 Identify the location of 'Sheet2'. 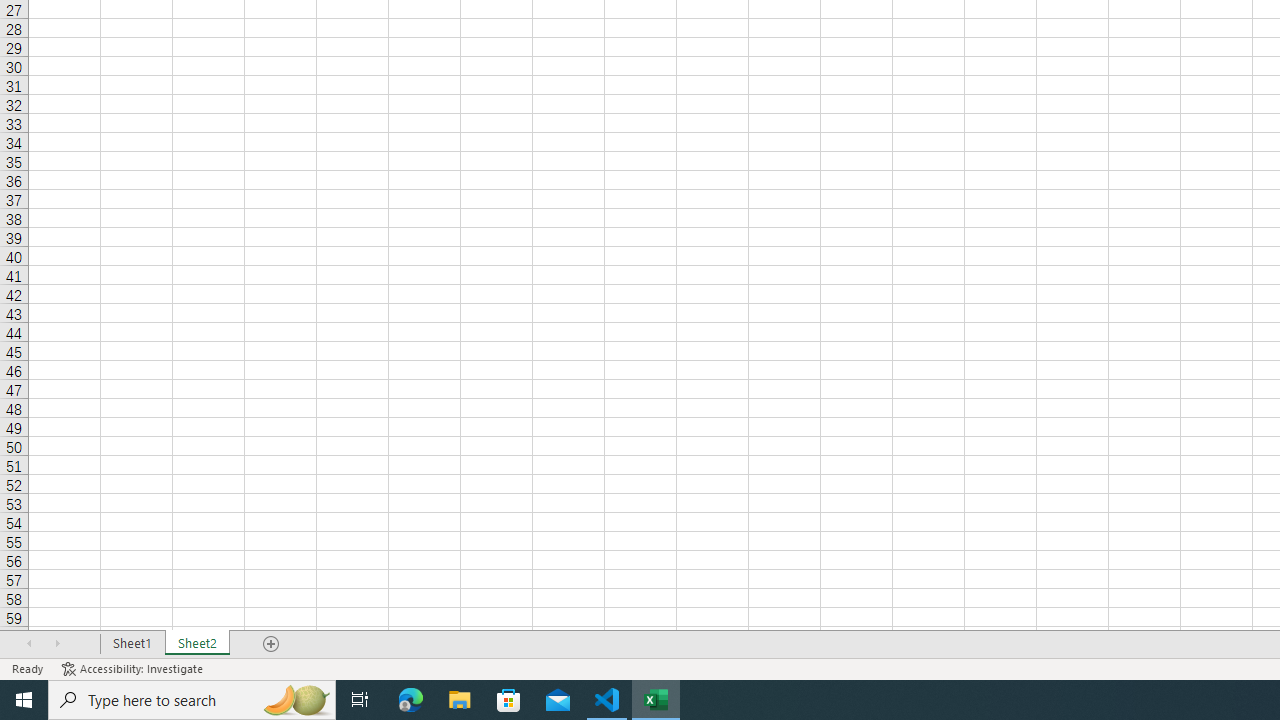
(197, 644).